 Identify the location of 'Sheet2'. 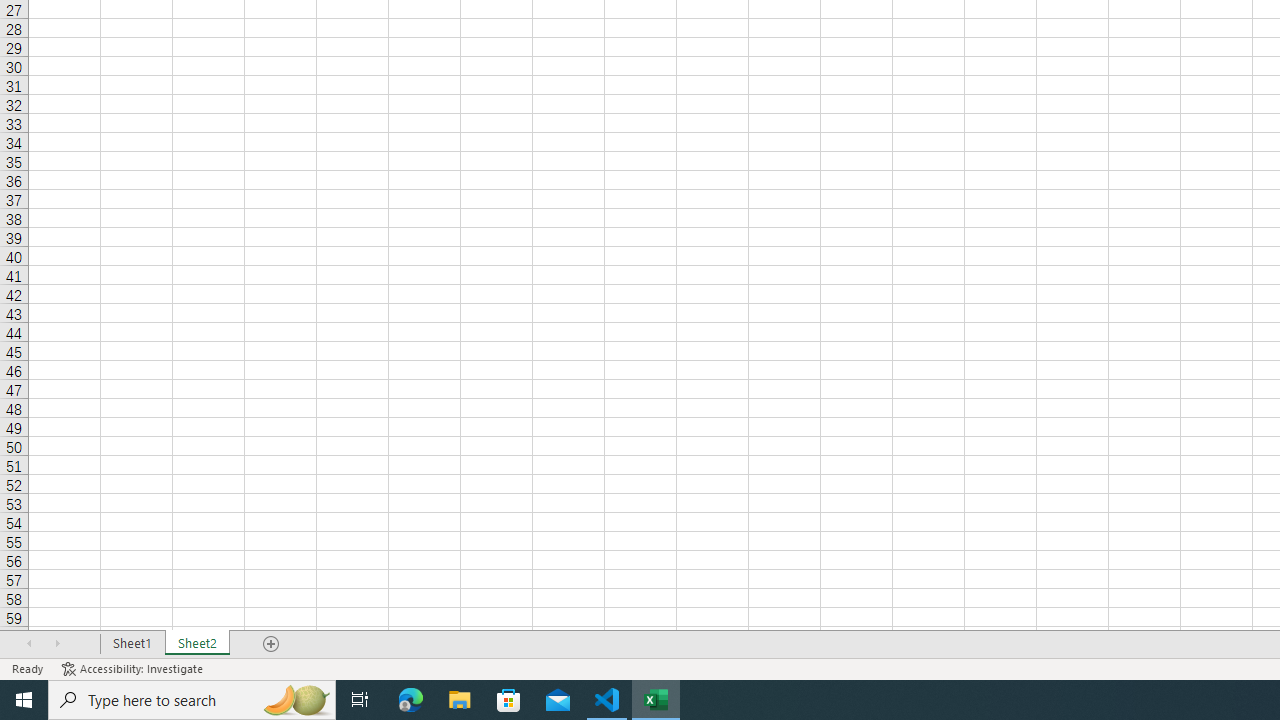
(197, 644).